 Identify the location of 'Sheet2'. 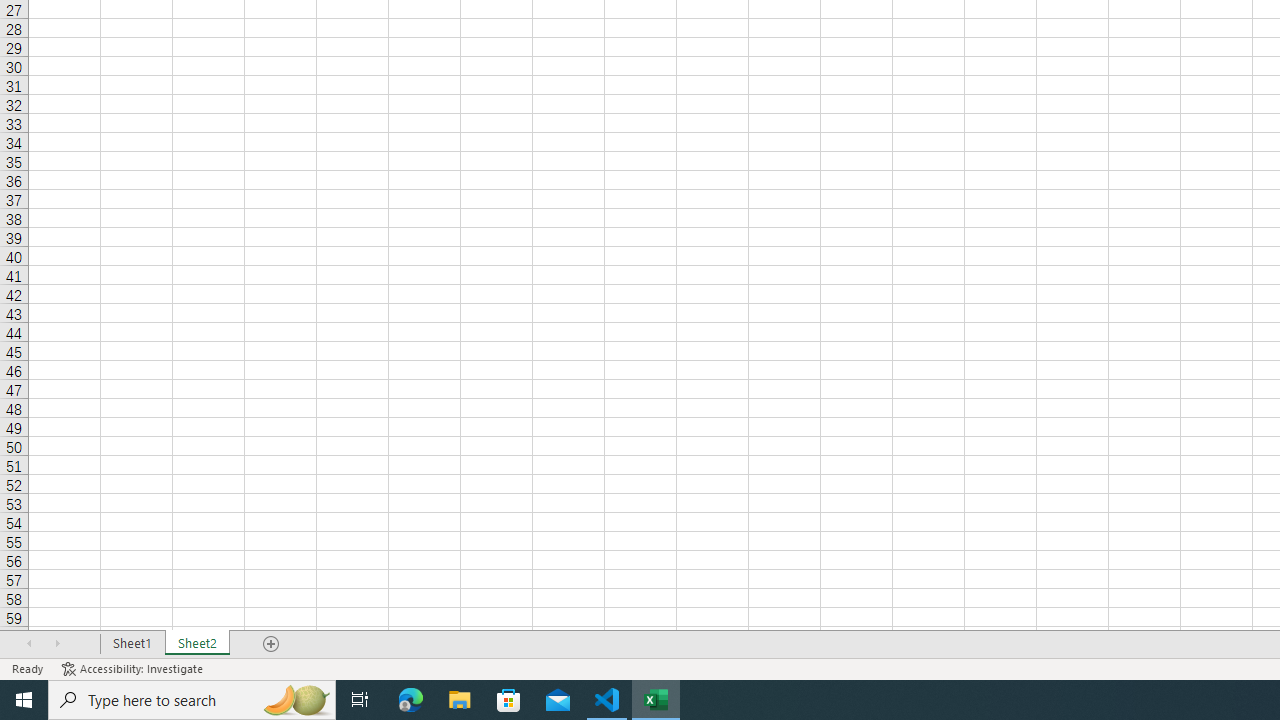
(197, 644).